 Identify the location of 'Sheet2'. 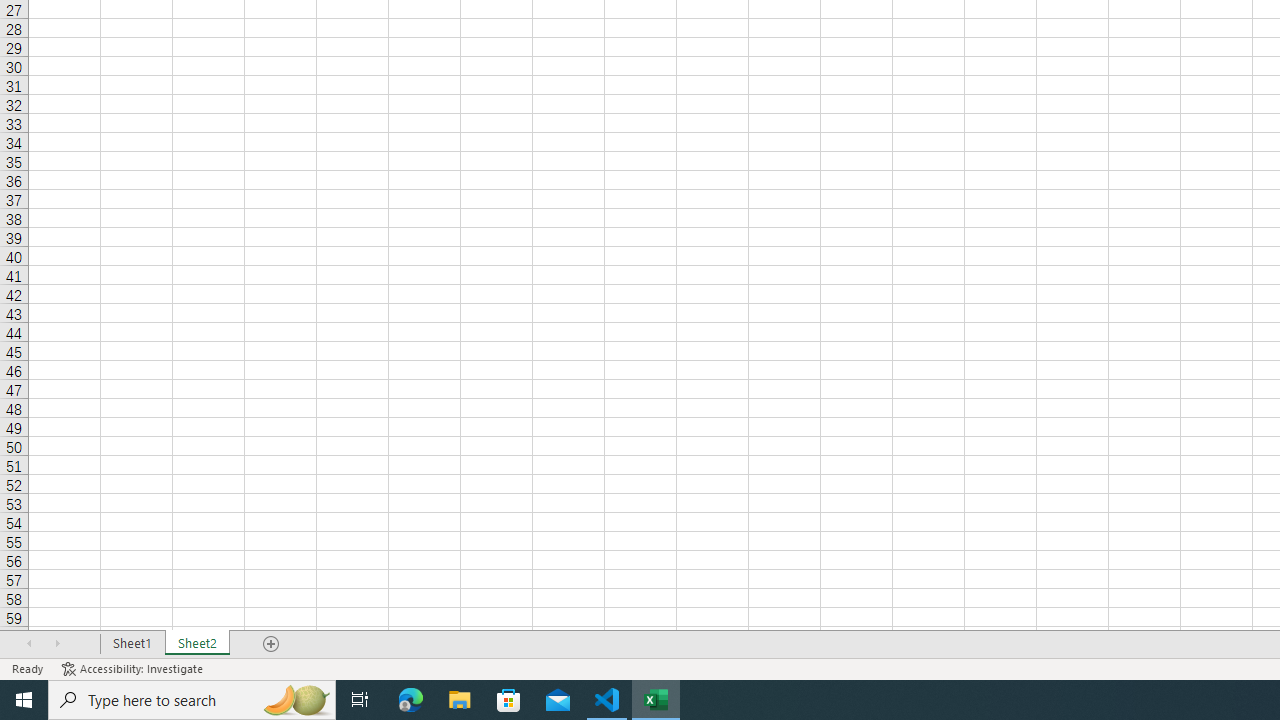
(197, 644).